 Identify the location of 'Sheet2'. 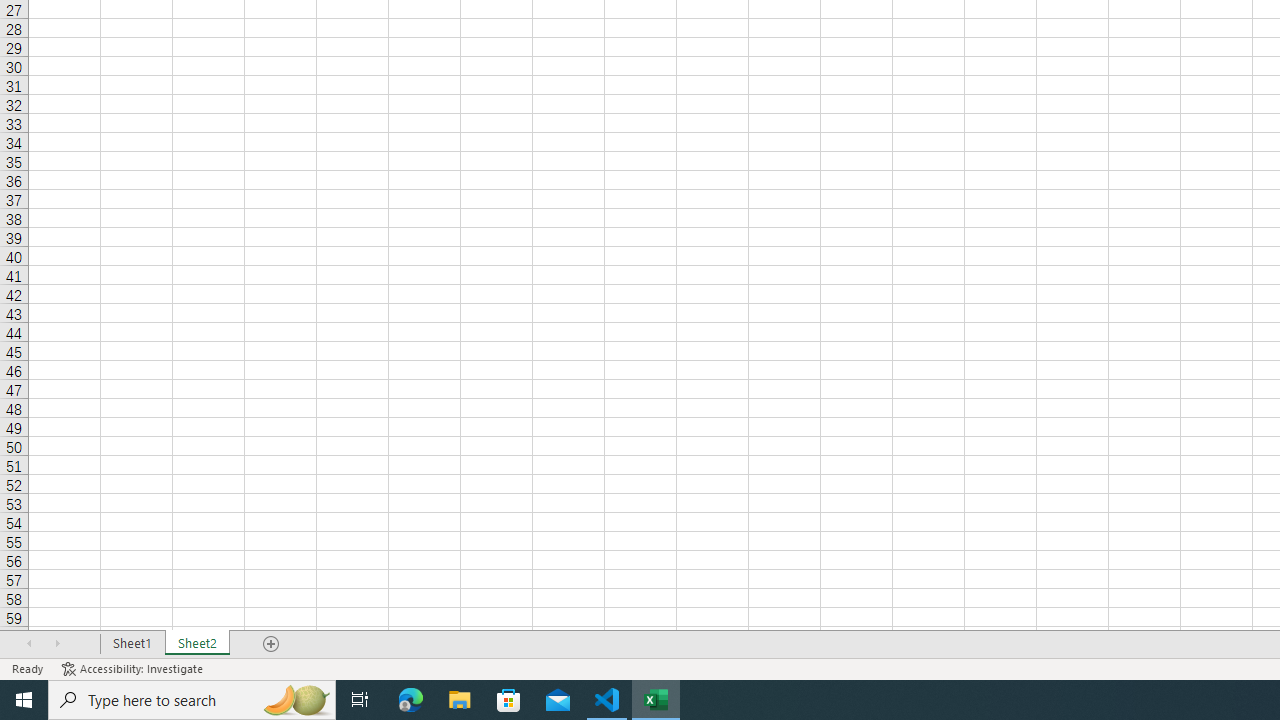
(197, 644).